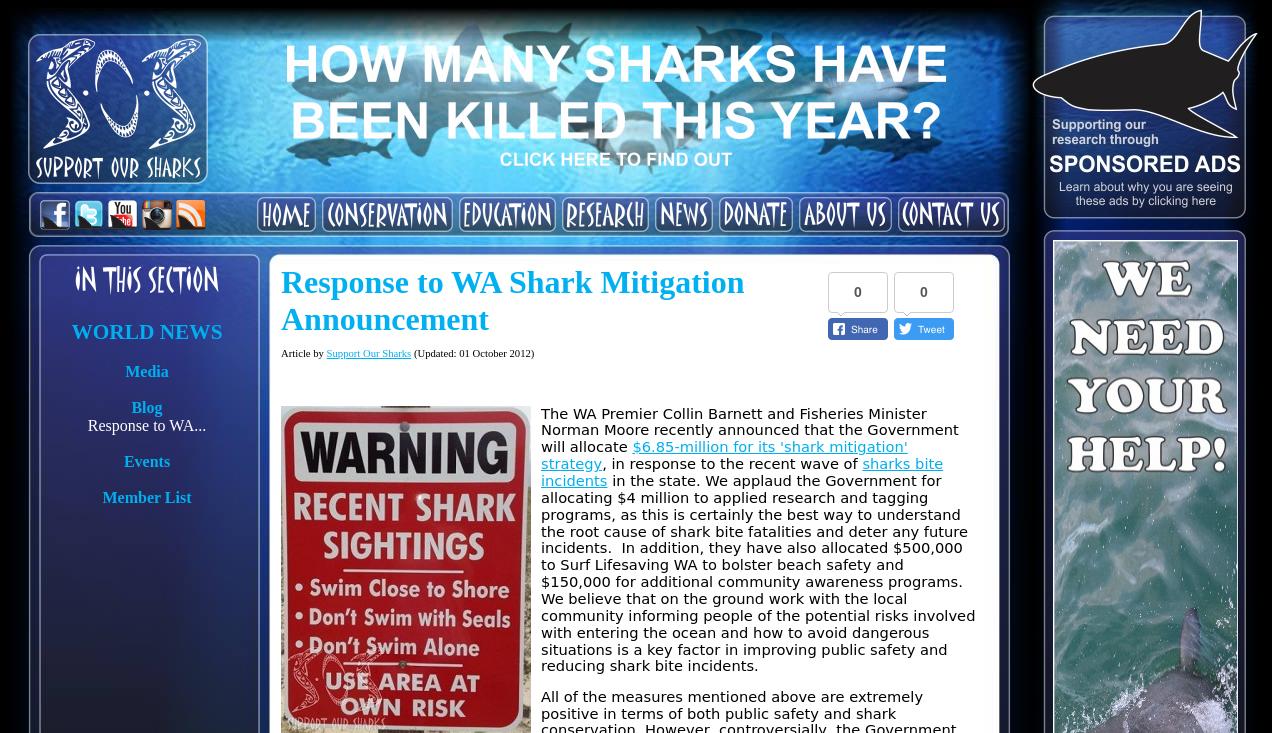  I want to click on ', in response 
			to the recent wave of', so click(732, 462).